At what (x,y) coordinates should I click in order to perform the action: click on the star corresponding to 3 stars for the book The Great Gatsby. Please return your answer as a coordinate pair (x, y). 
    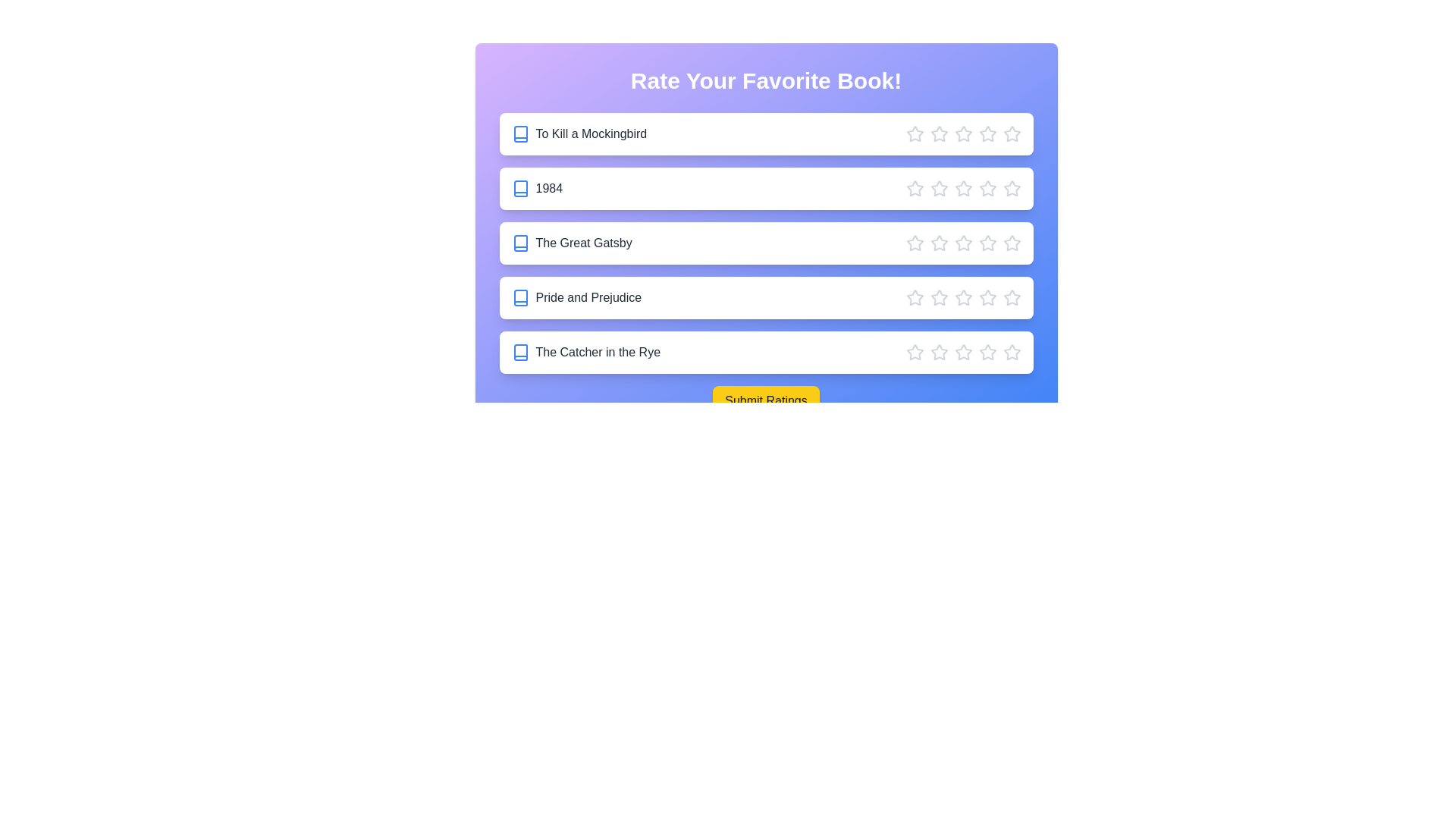
    Looking at the image, I should click on (962, 242).